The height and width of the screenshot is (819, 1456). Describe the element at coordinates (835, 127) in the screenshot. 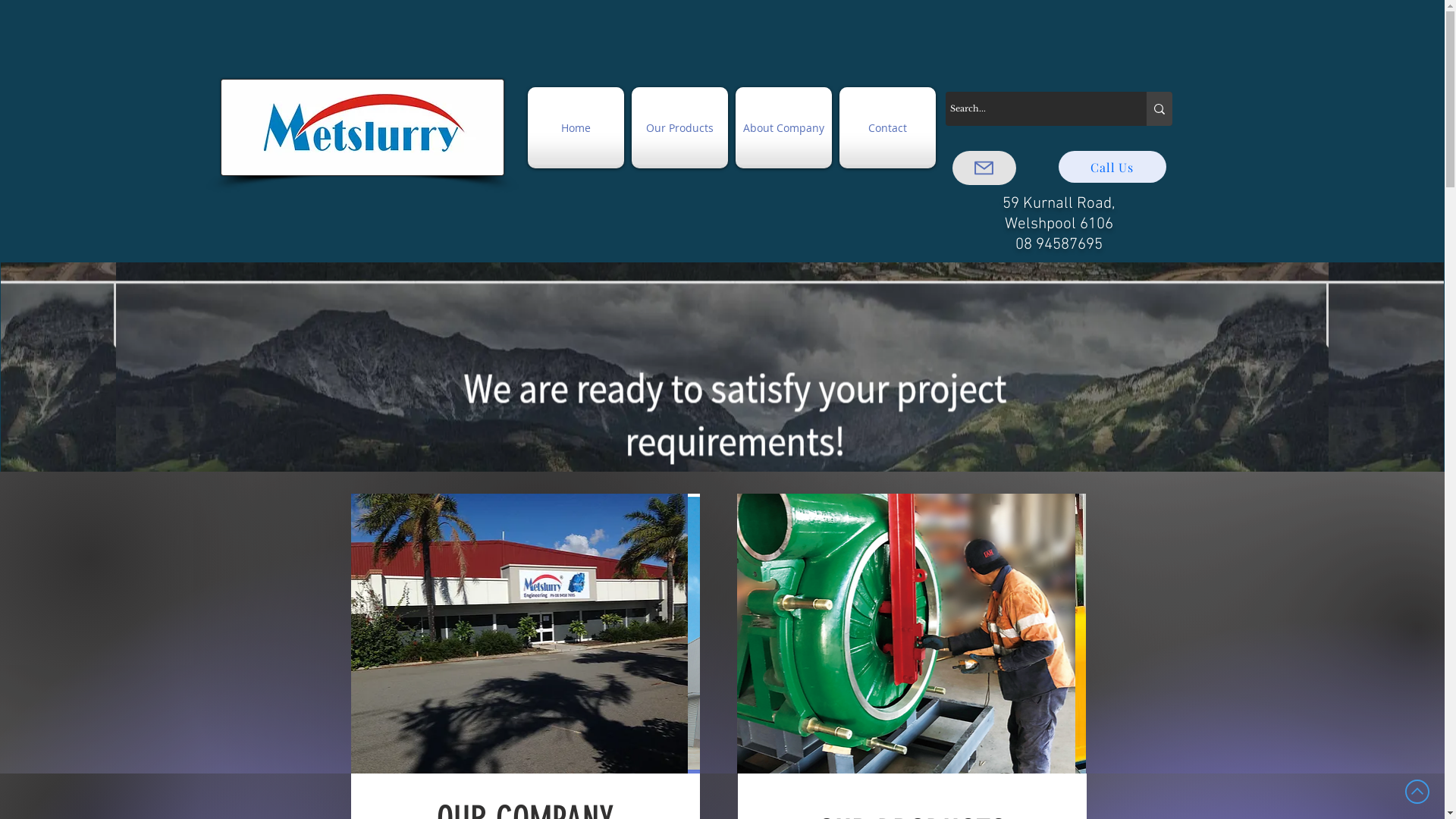

I see `'Contact'` at that location.